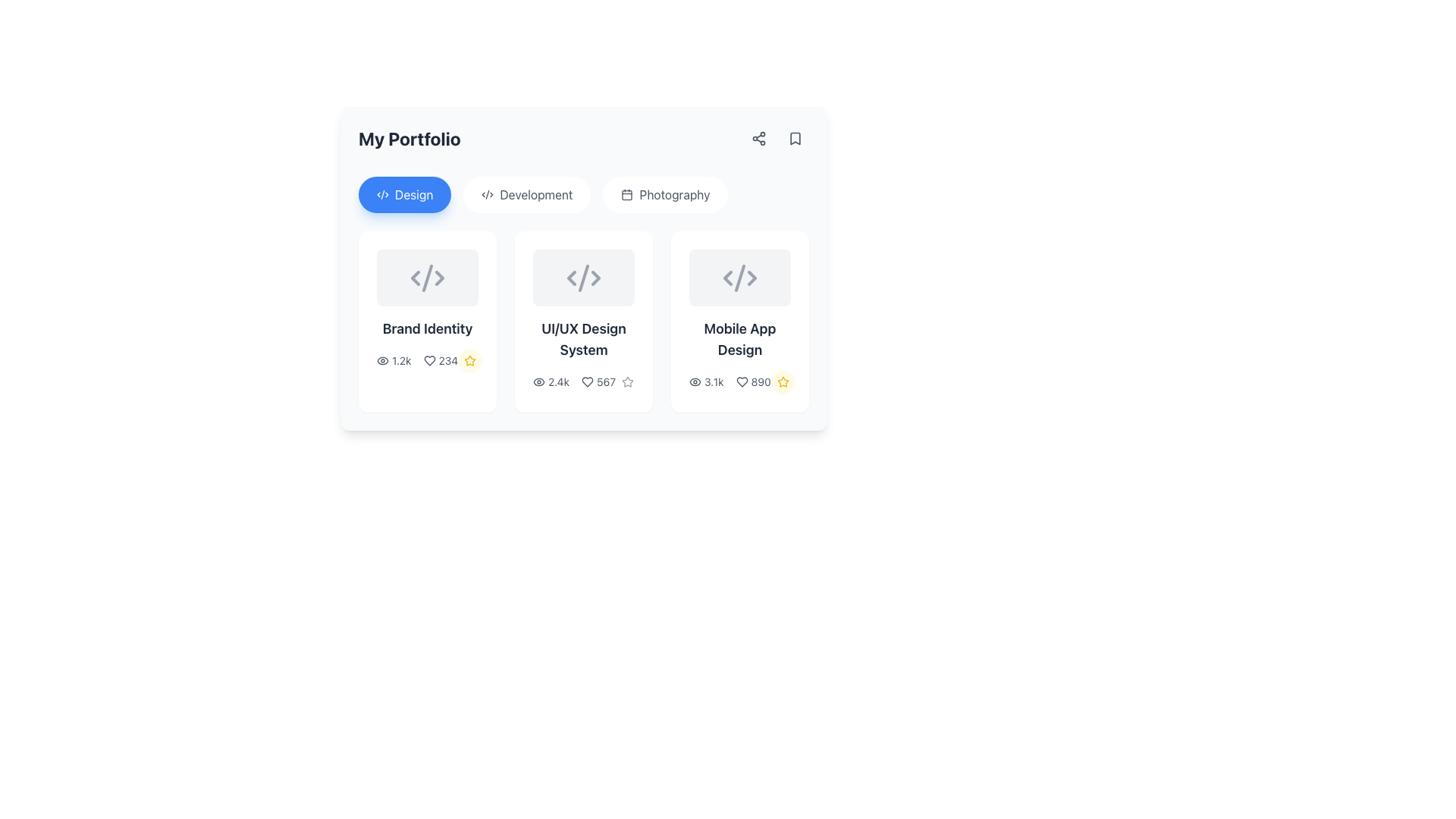 This screenshot has width=1456, height=819. I want to click on the star icon button located at the bottom-right of the 'UI/UX Design System' card, so click(628, 381).